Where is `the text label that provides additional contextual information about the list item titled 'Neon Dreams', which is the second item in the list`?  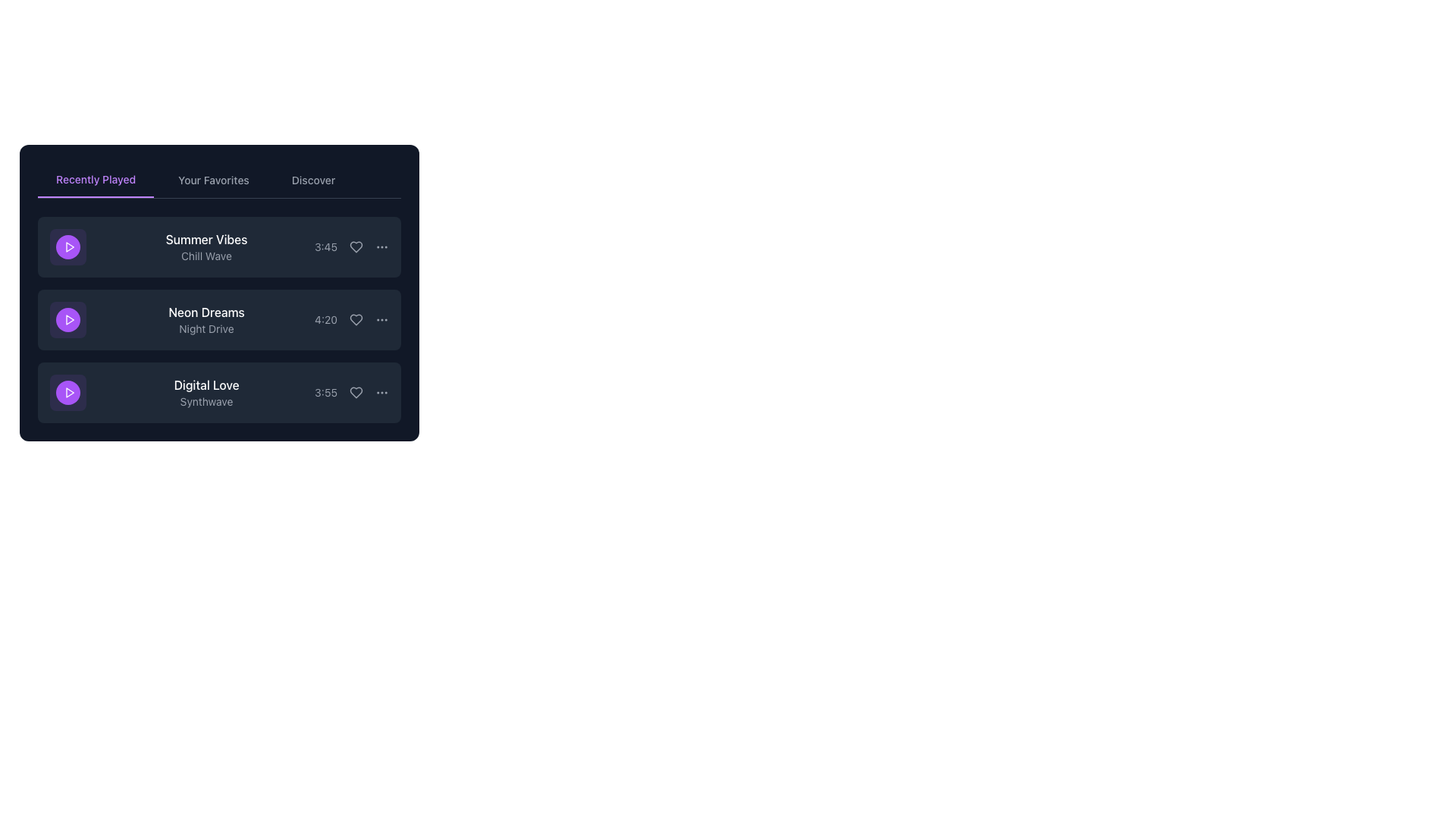
the text label that provides additional contextual information about the list item titled 'Neon Dreams', which is the second item in the list is located at coordinates (206, 328).